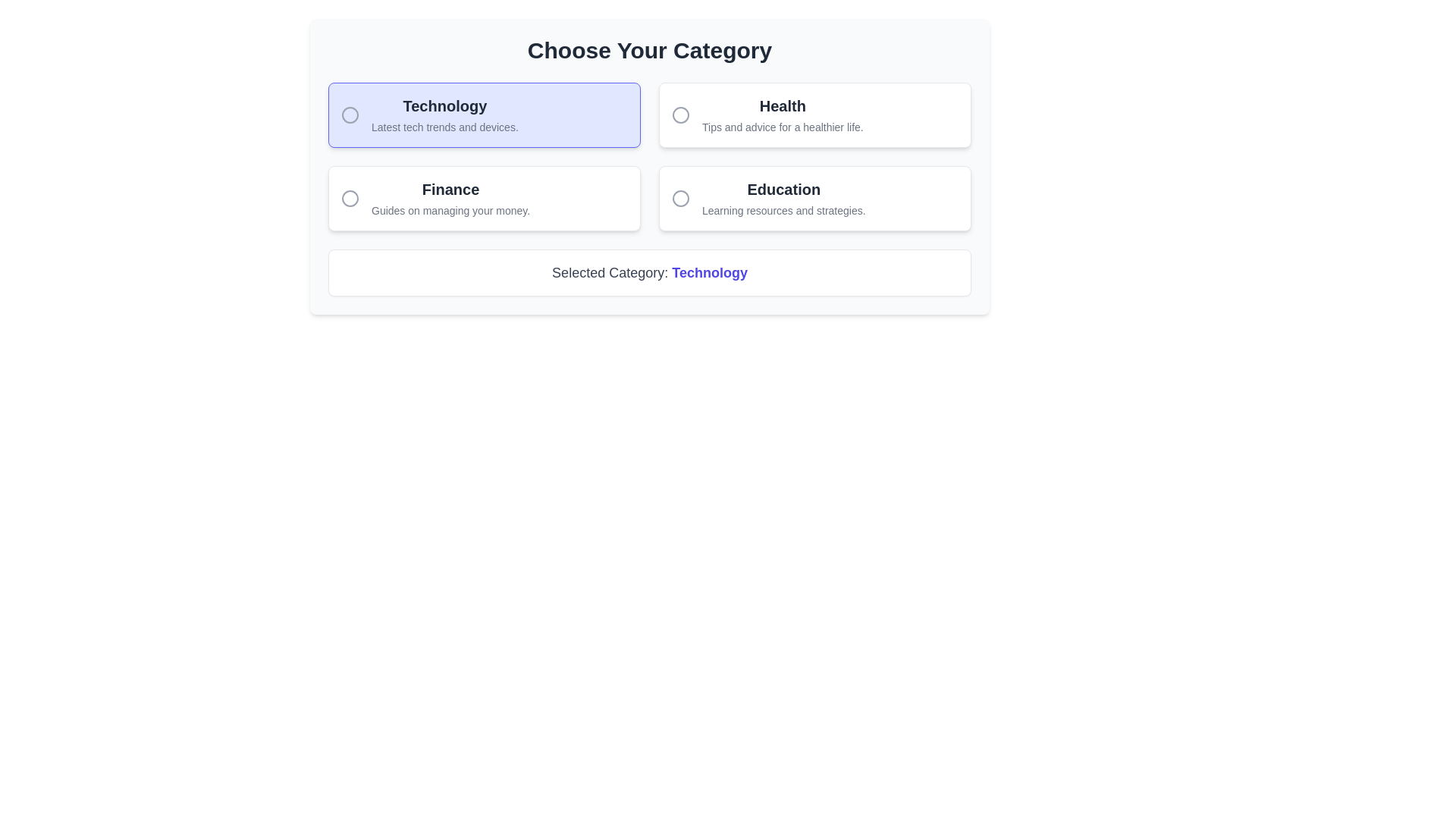  I want to click on the descriptive text element located below the header 'Finance' in the Finance category selection area, which provides contextual information for the Finance category, so click(450, 210).